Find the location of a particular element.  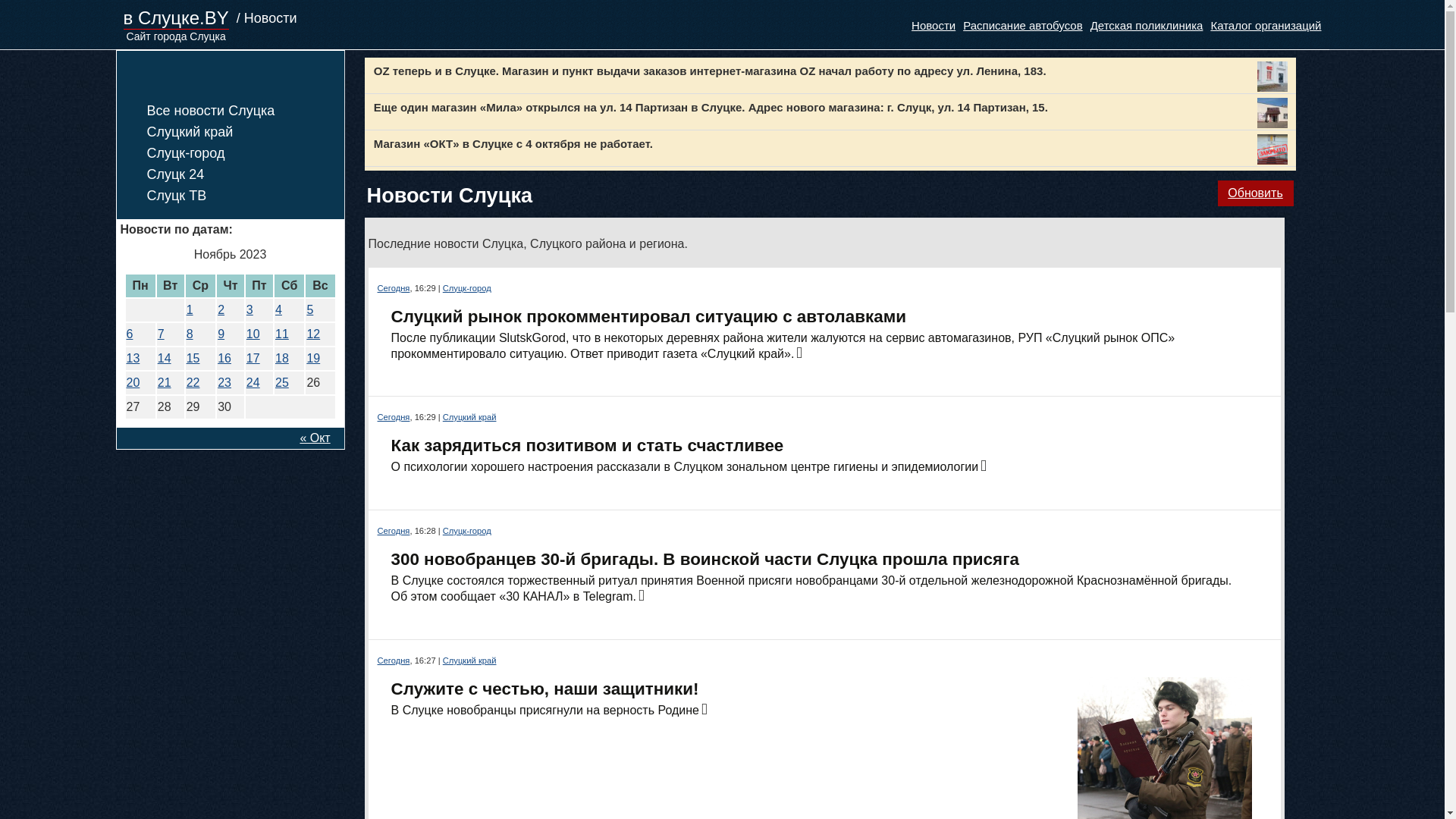

'12' is located at coordinates (312, 333).